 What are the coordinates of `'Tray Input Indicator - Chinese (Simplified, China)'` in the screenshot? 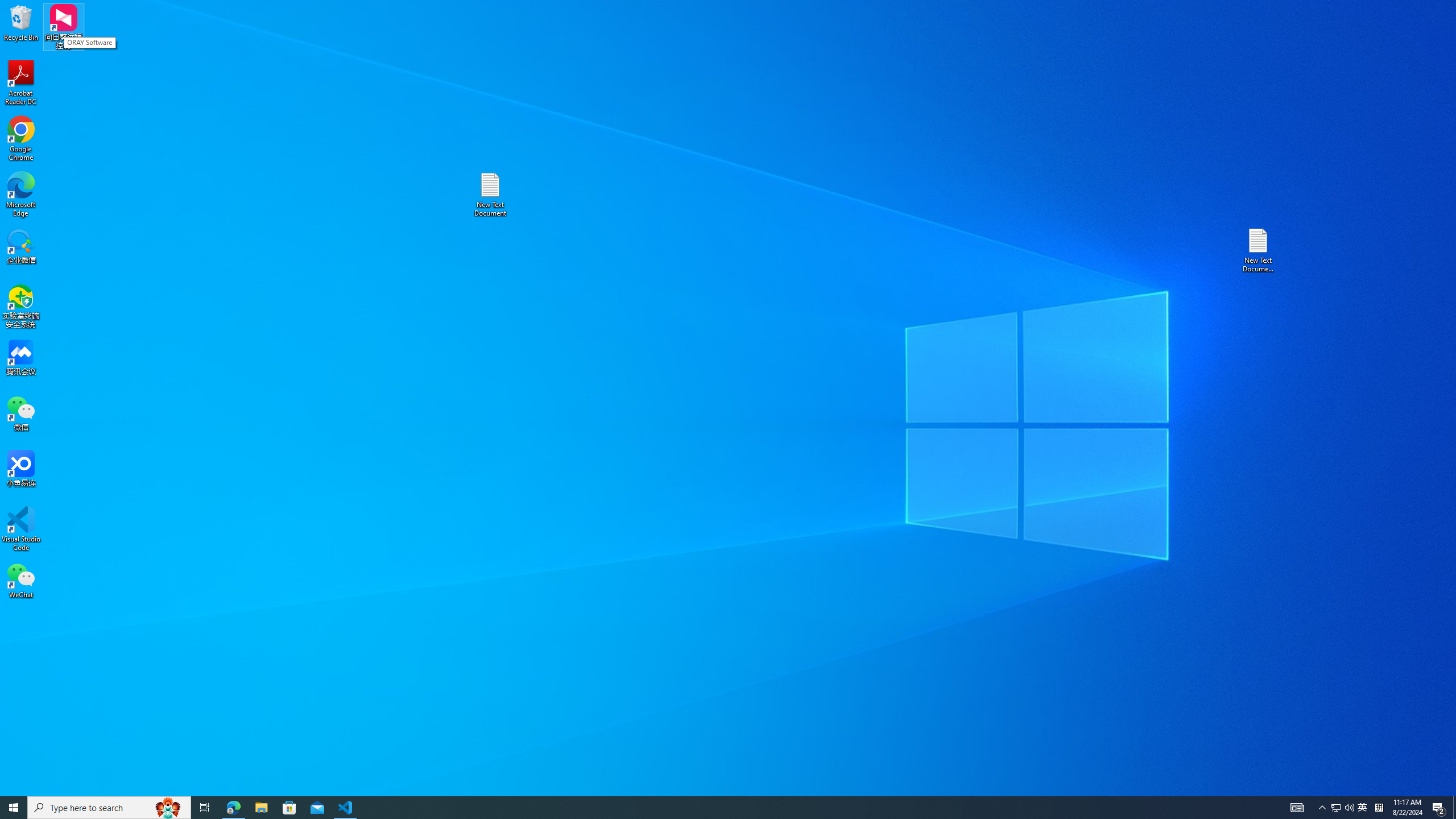 It's located at (1335, 806).